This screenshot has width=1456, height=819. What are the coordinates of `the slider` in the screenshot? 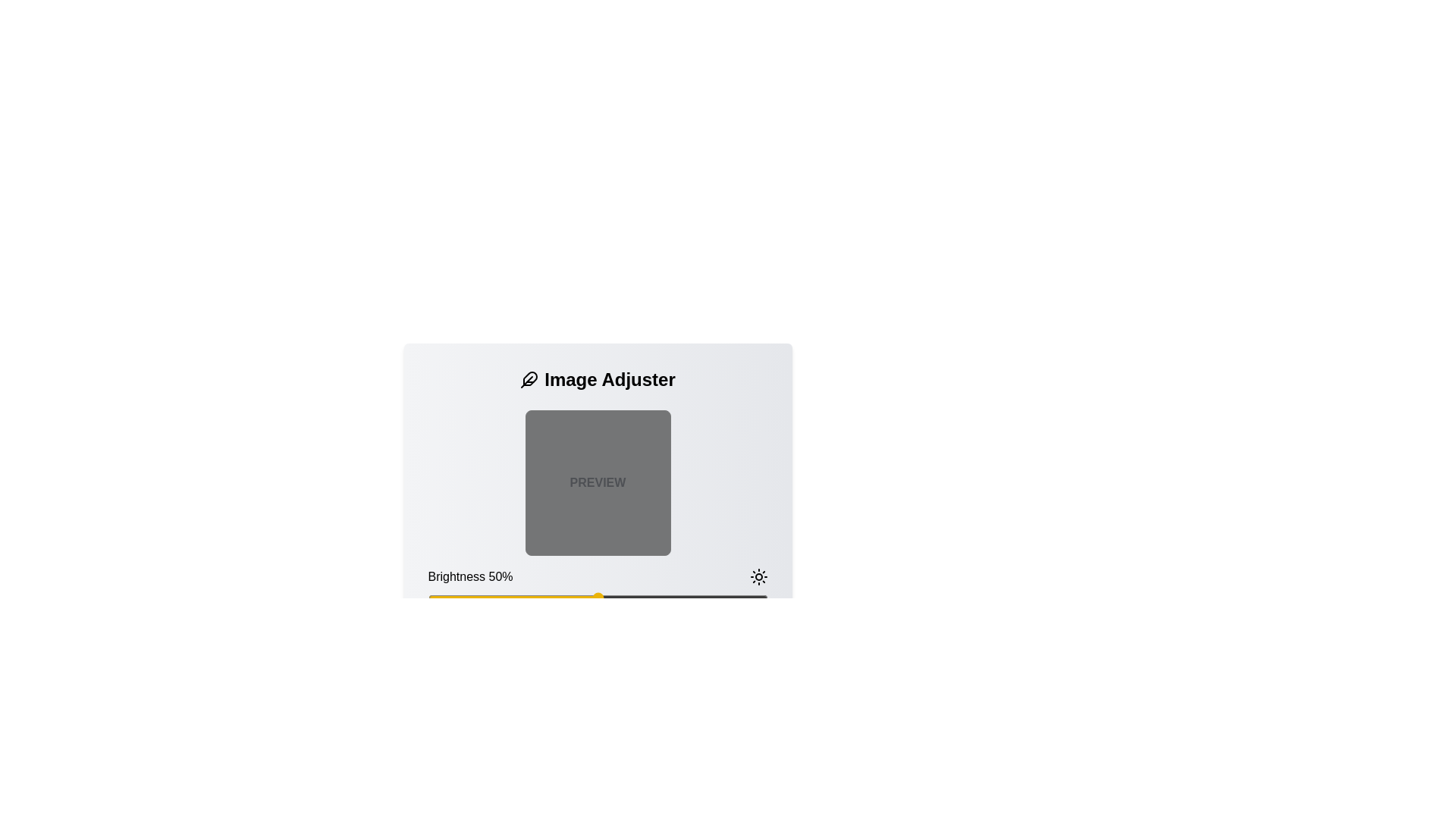 It's located at (740, 598).